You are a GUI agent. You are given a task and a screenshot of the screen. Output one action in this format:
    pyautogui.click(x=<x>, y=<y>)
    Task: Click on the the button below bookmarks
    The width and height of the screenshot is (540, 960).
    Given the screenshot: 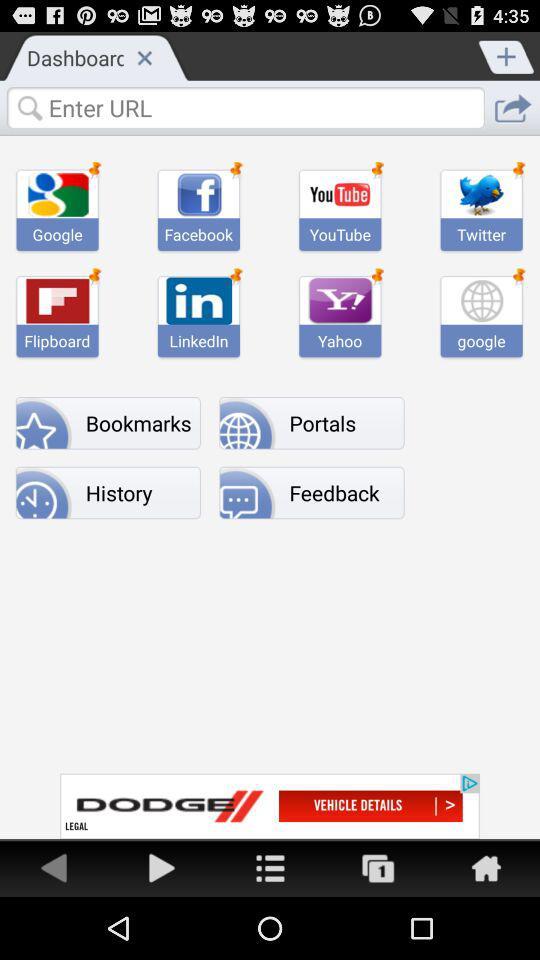 What is the action you would take?
    pyautogui.click(x=108, y=491)
    